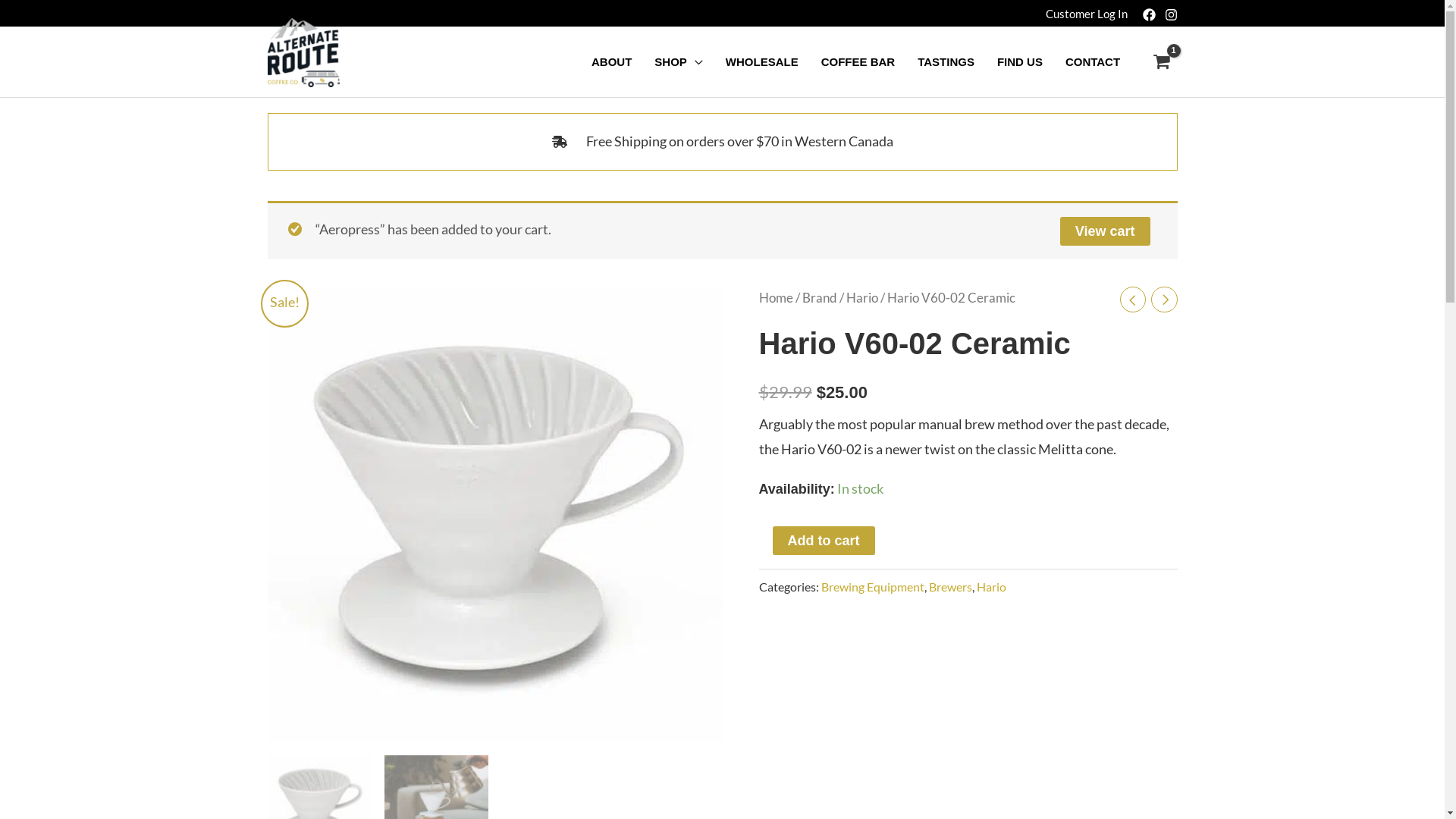  I want to click on 'Customer Log In', so click(1084, 13).